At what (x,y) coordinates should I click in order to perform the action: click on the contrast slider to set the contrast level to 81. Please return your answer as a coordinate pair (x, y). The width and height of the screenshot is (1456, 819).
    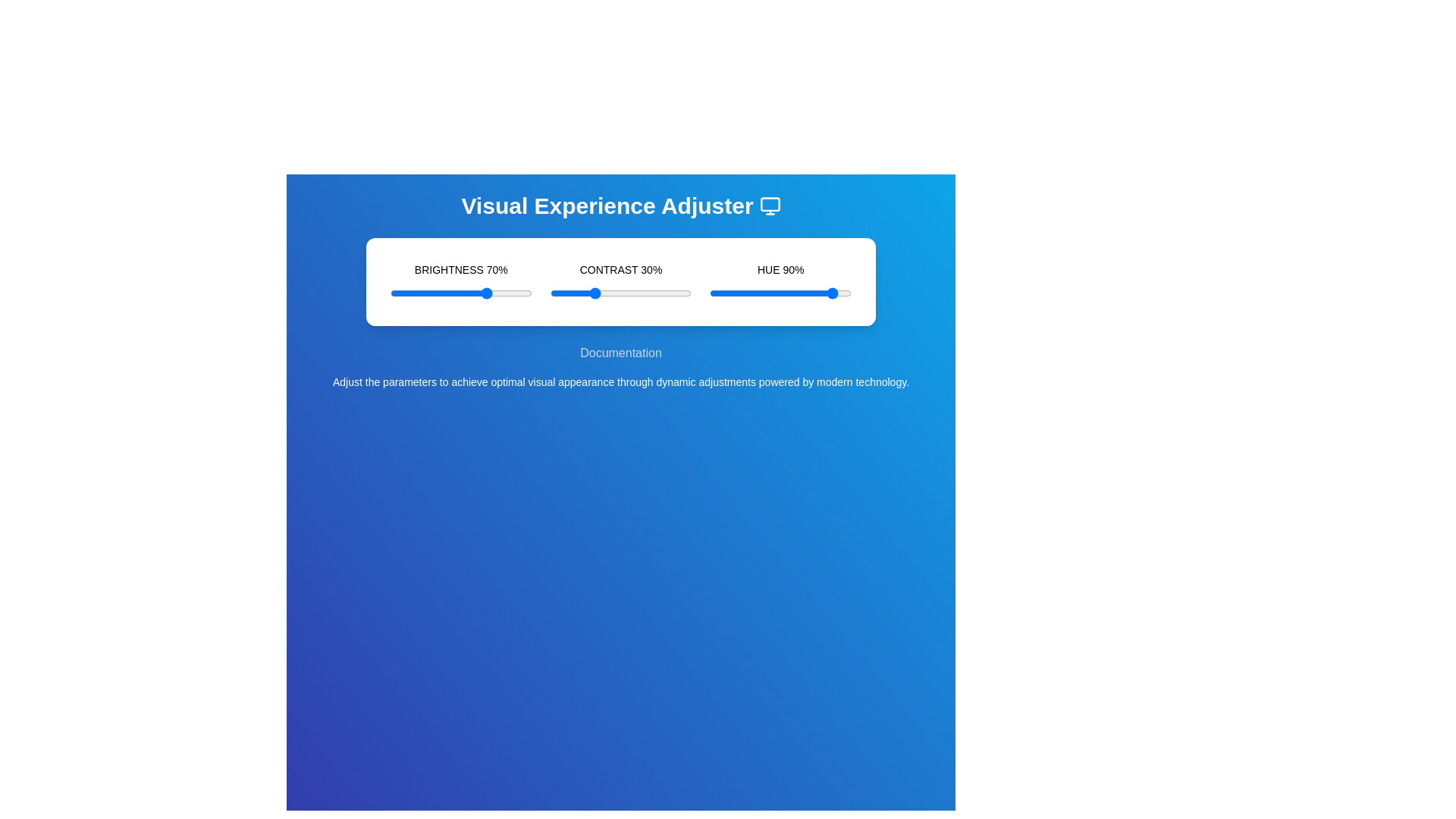
    Looking at the image, I should click on (664, 293).